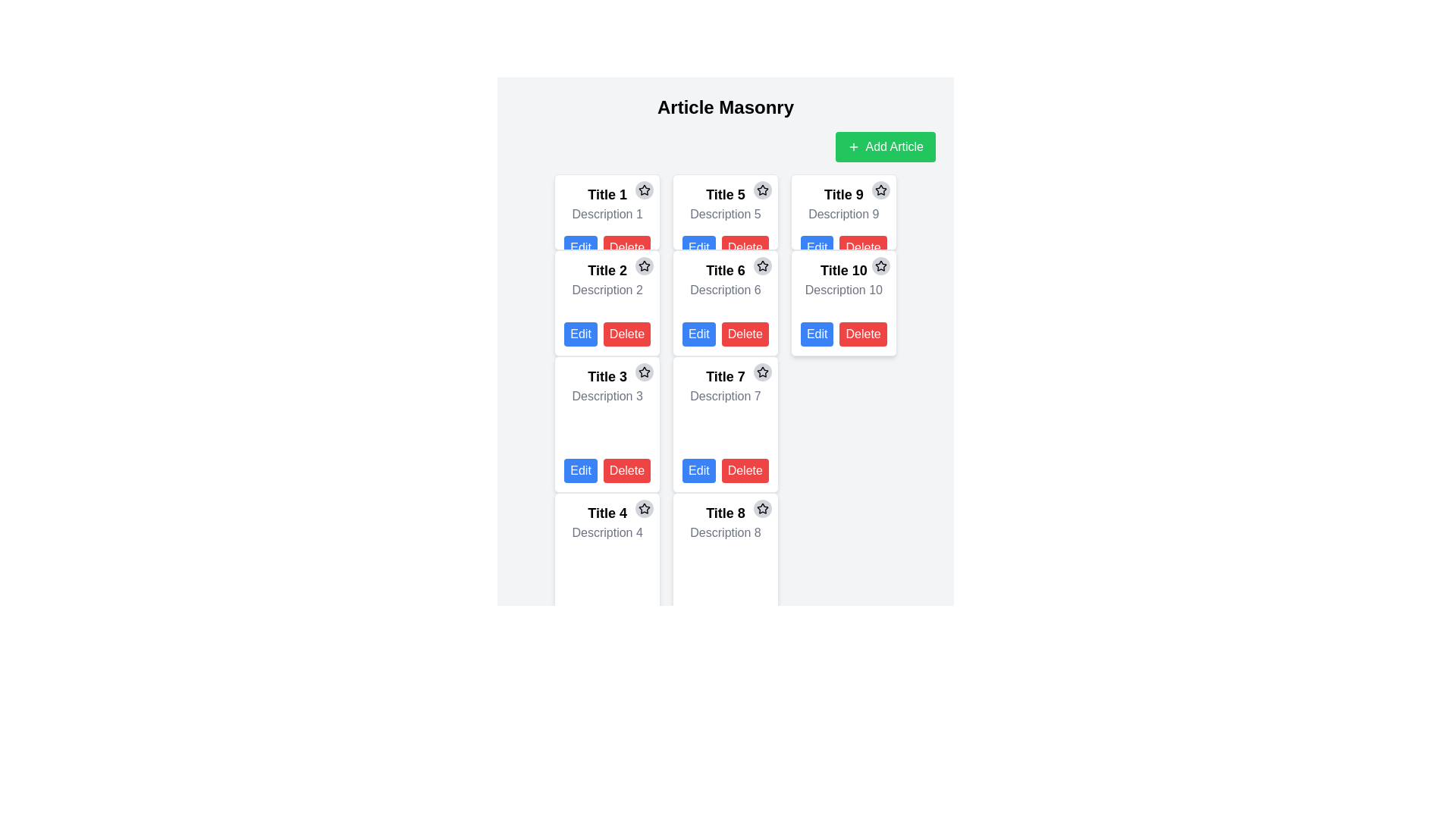  Describe the element at coordinates (645, 265) in the screenshot. I see `the circular button with a gray background and a star icon, located in the top-right corner of the card titled 'Title 2'` at that location.